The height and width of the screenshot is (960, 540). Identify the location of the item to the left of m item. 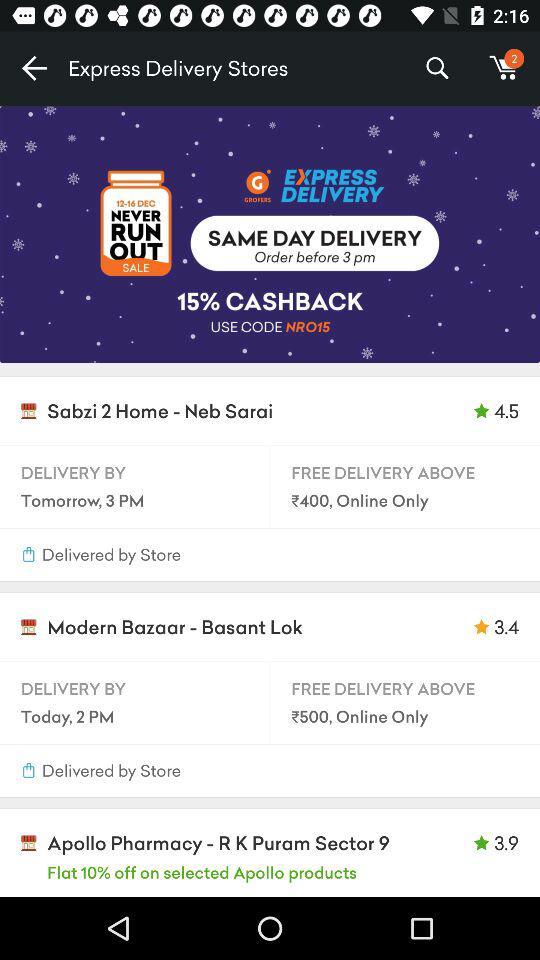
(436, 68).